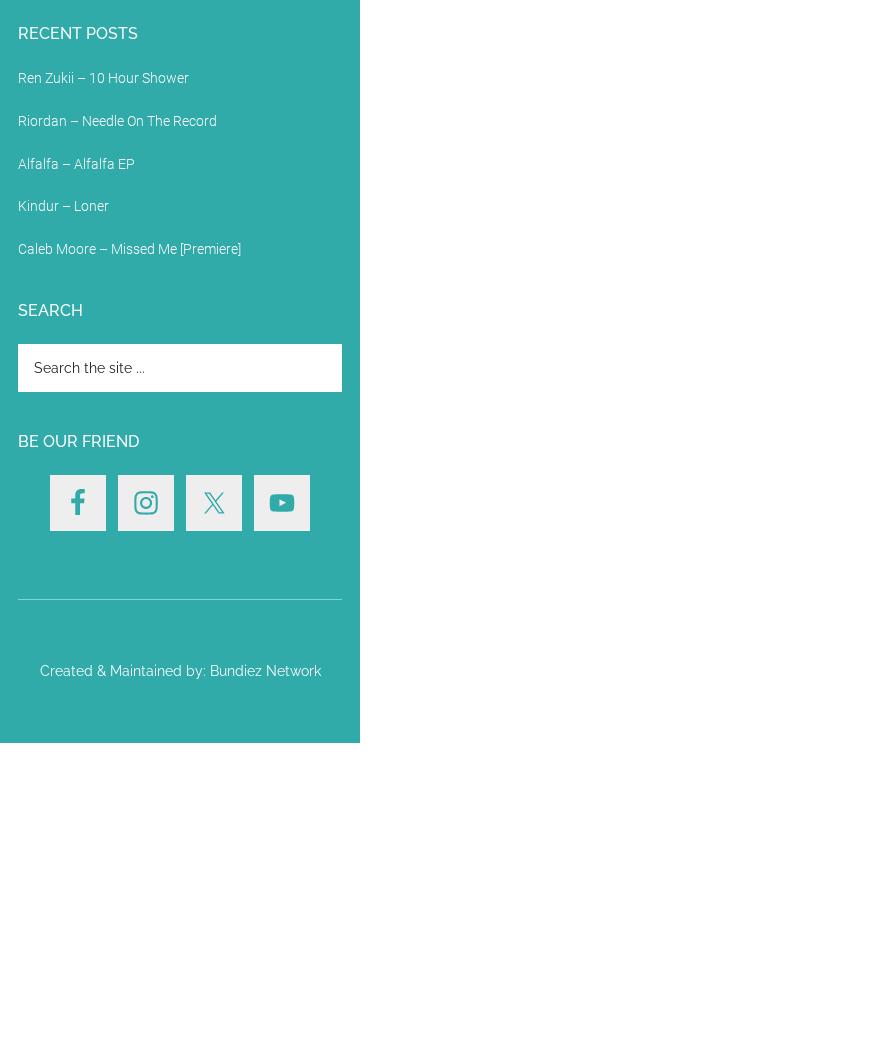 Image resolution: width=878 pixels, height=1048 pixels. Describe the element at coordinates (122, 671) in the screenshot. I see `'Created & Maintained by:'` at that location.